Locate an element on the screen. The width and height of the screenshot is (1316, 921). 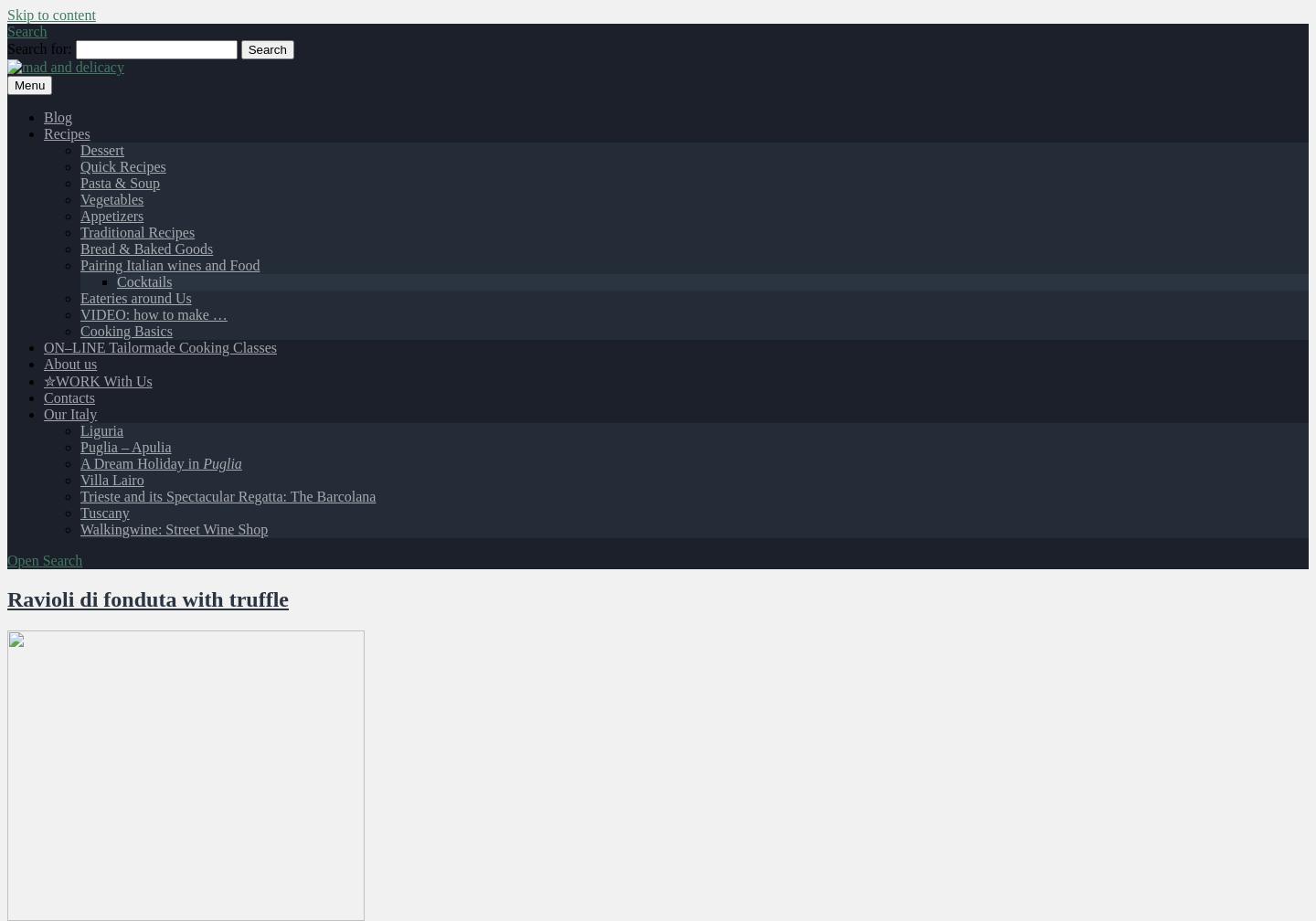
'mad and delicacy' is located at coordinates (58, 98).